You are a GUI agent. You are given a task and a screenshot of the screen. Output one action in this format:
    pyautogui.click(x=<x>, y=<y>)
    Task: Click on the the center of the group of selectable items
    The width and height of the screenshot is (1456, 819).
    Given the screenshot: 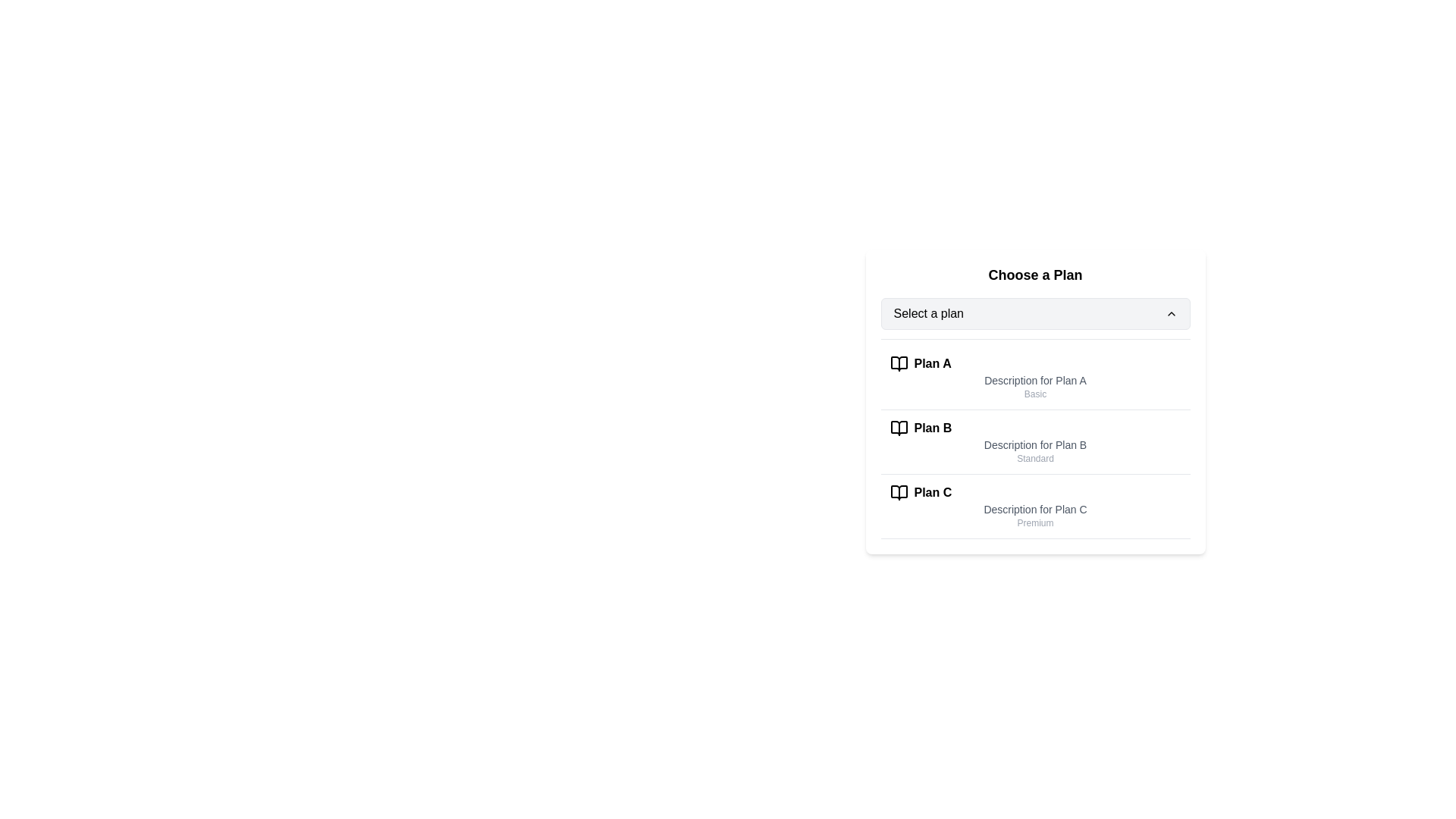 What is the action you would take?
    pyautogui.click(x=1034, y=438)
    